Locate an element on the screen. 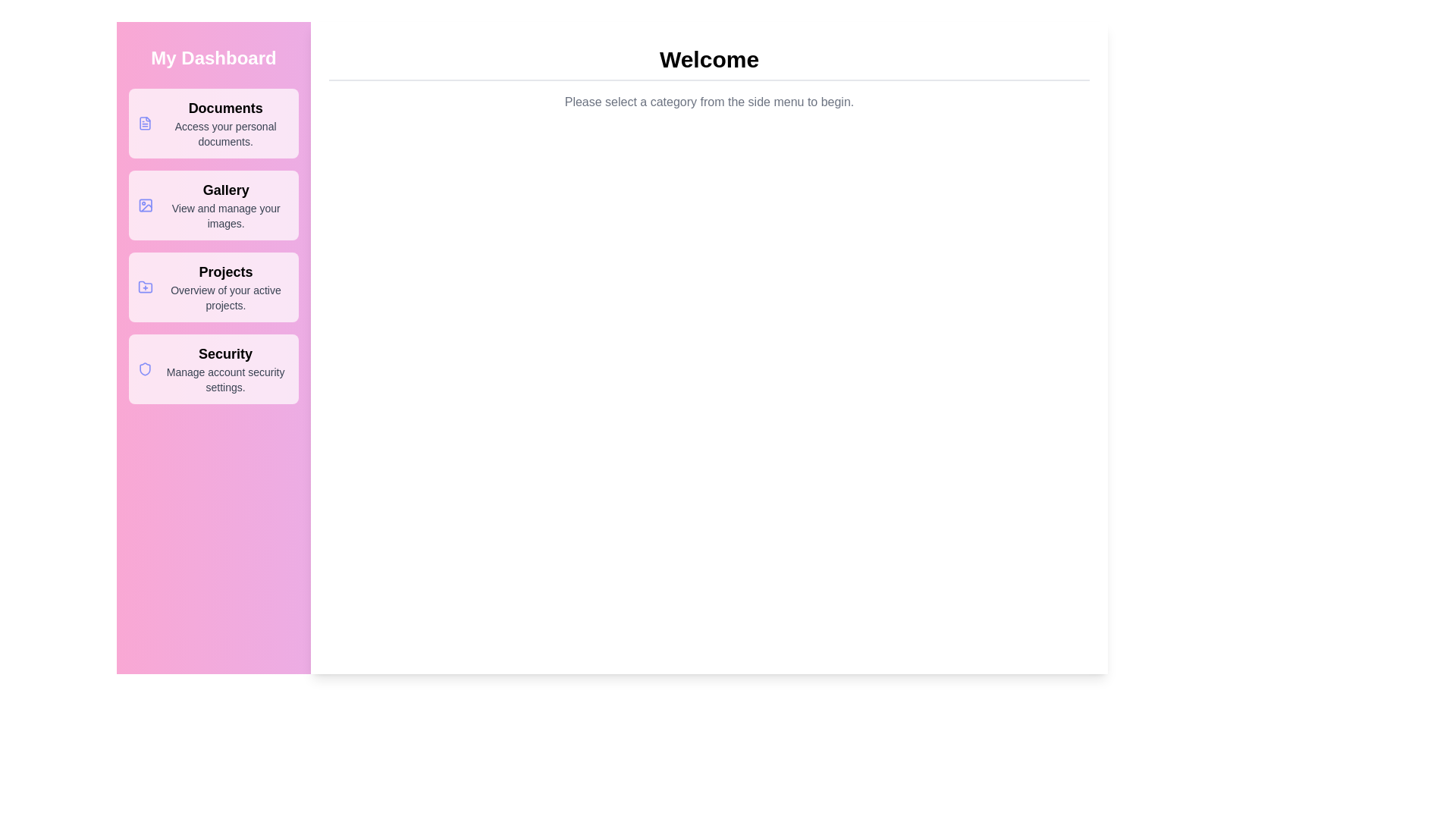  the menu item labeled Security to view its hover state is located at coordinates (213, 369).